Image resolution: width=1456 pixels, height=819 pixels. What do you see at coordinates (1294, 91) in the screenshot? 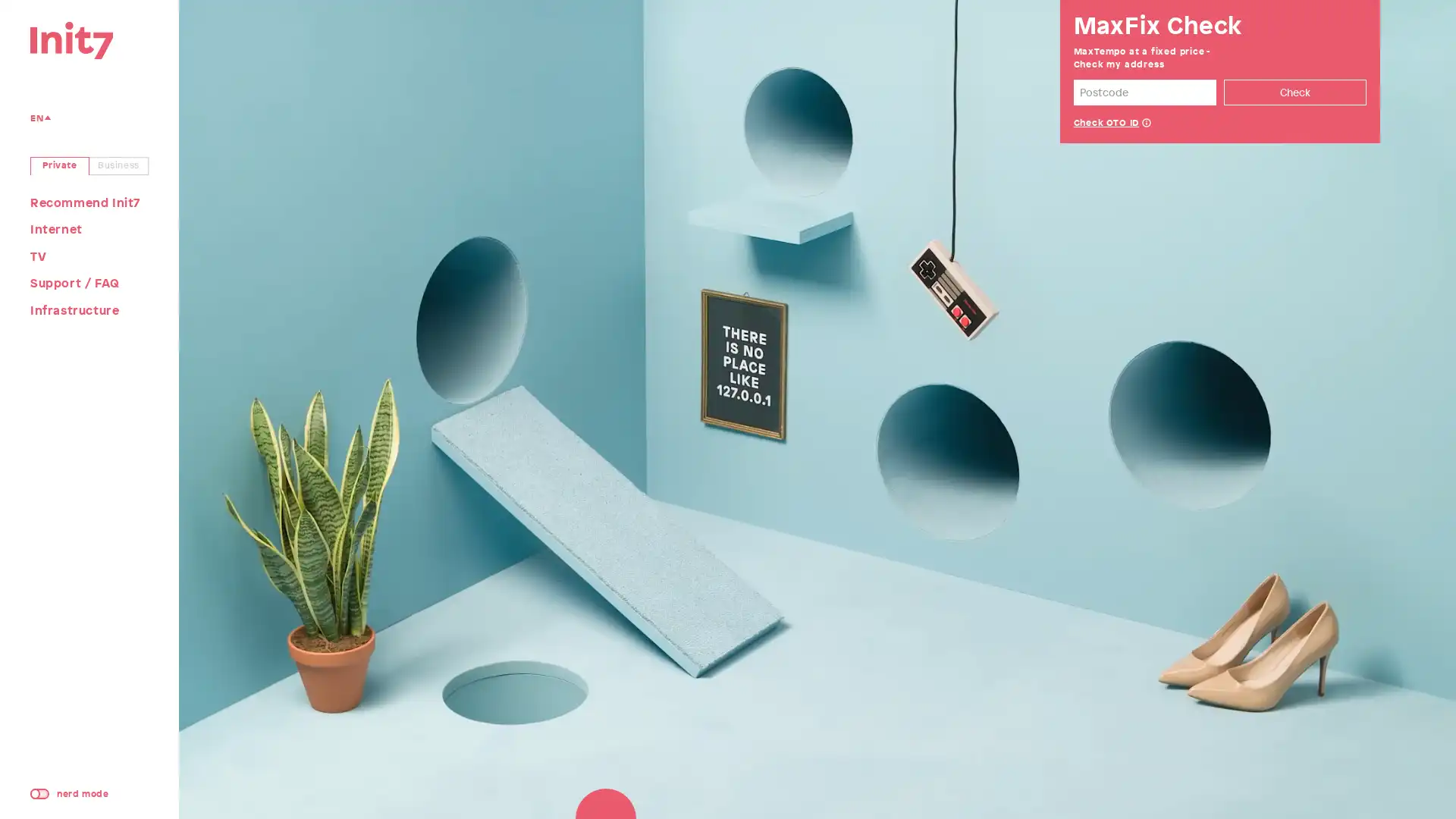
I see `Check` at bounding box center [1294, 91].